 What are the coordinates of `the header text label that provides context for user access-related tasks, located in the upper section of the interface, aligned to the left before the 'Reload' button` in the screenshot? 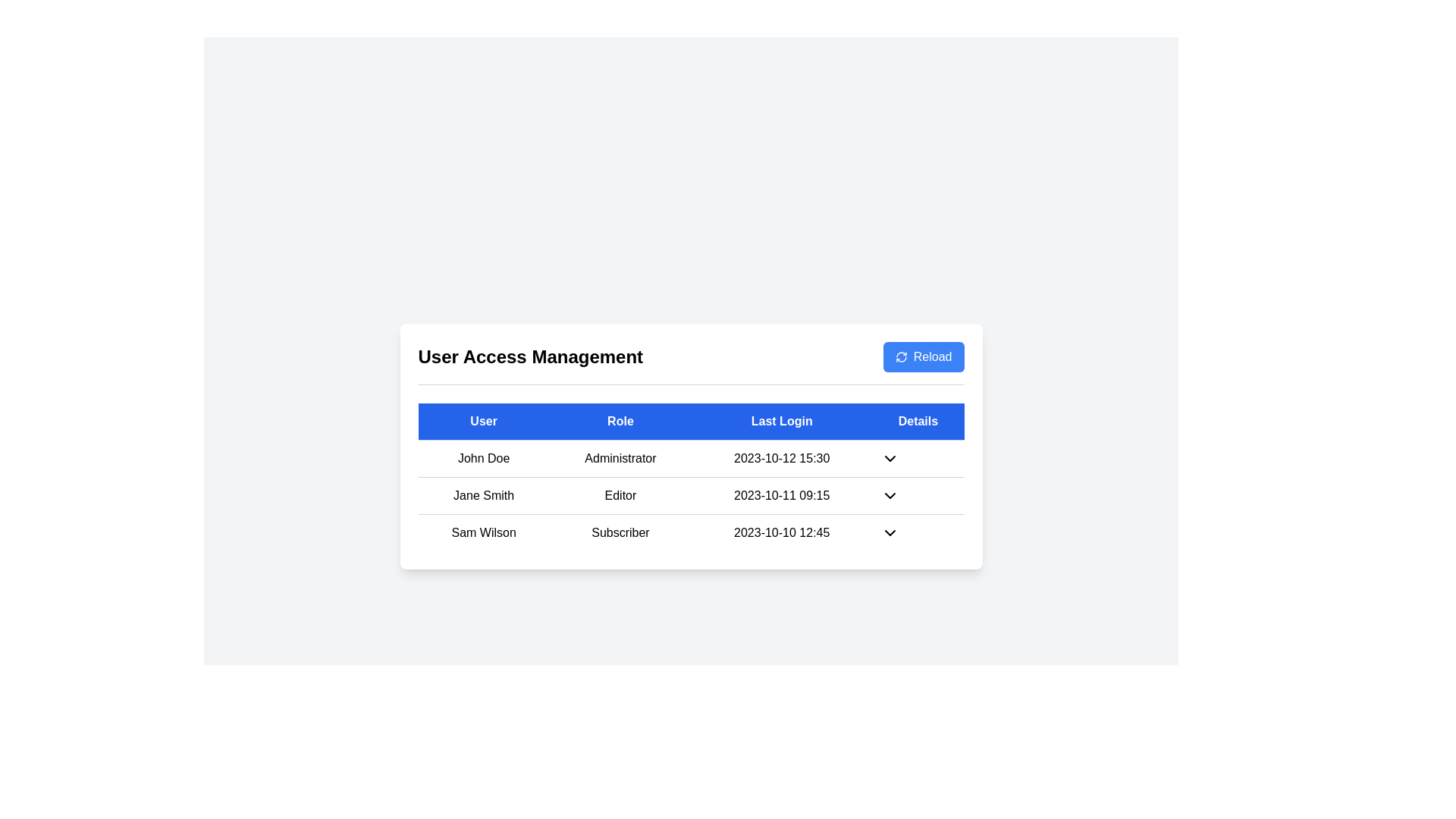 It's located at (530, 356).